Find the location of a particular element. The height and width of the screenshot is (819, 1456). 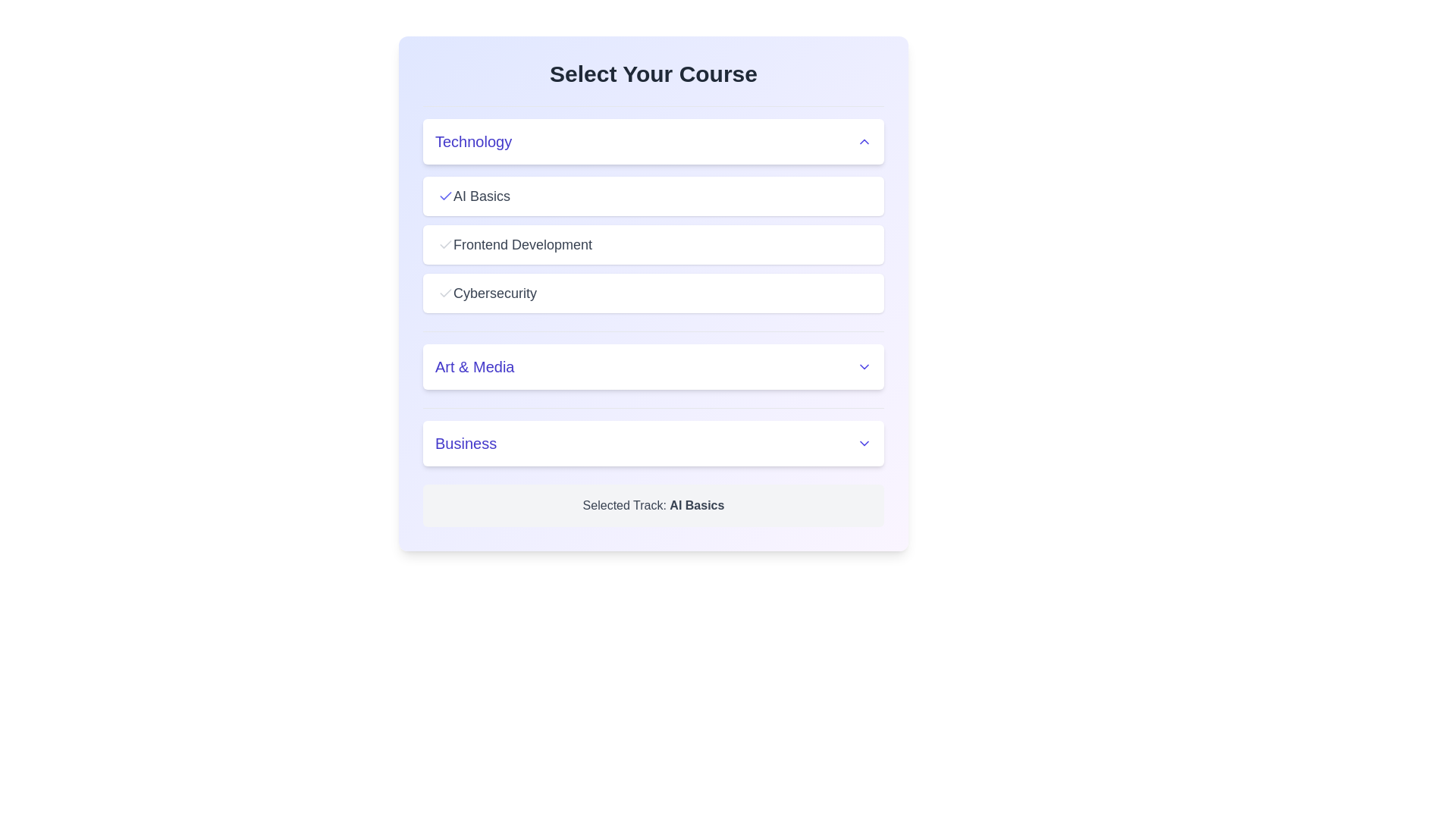

the 'Business' dropdown menu button, which is a rectangular button with a white background and blue border located beneath the 'Art & Media' group is located at coordinates (654, 444).